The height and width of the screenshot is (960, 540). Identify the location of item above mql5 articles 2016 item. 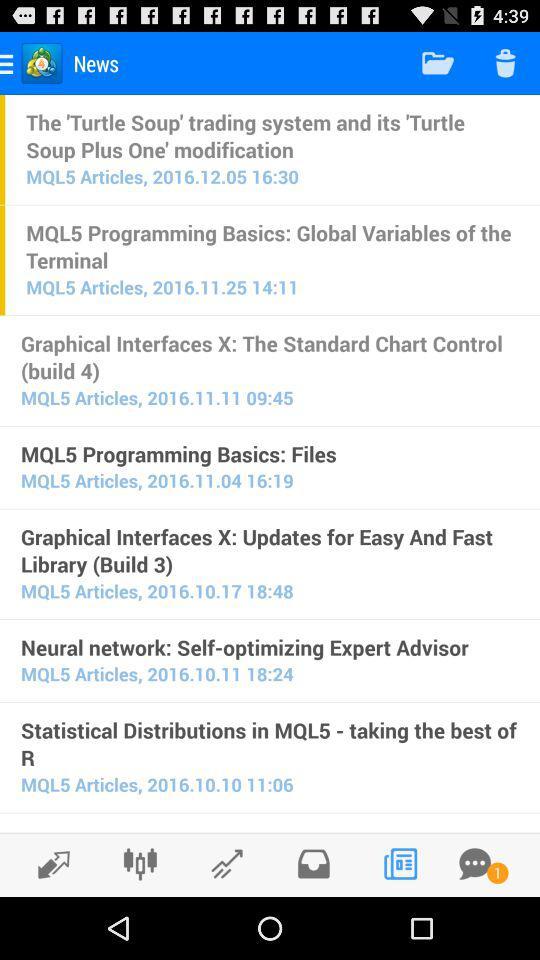
(271, 134).